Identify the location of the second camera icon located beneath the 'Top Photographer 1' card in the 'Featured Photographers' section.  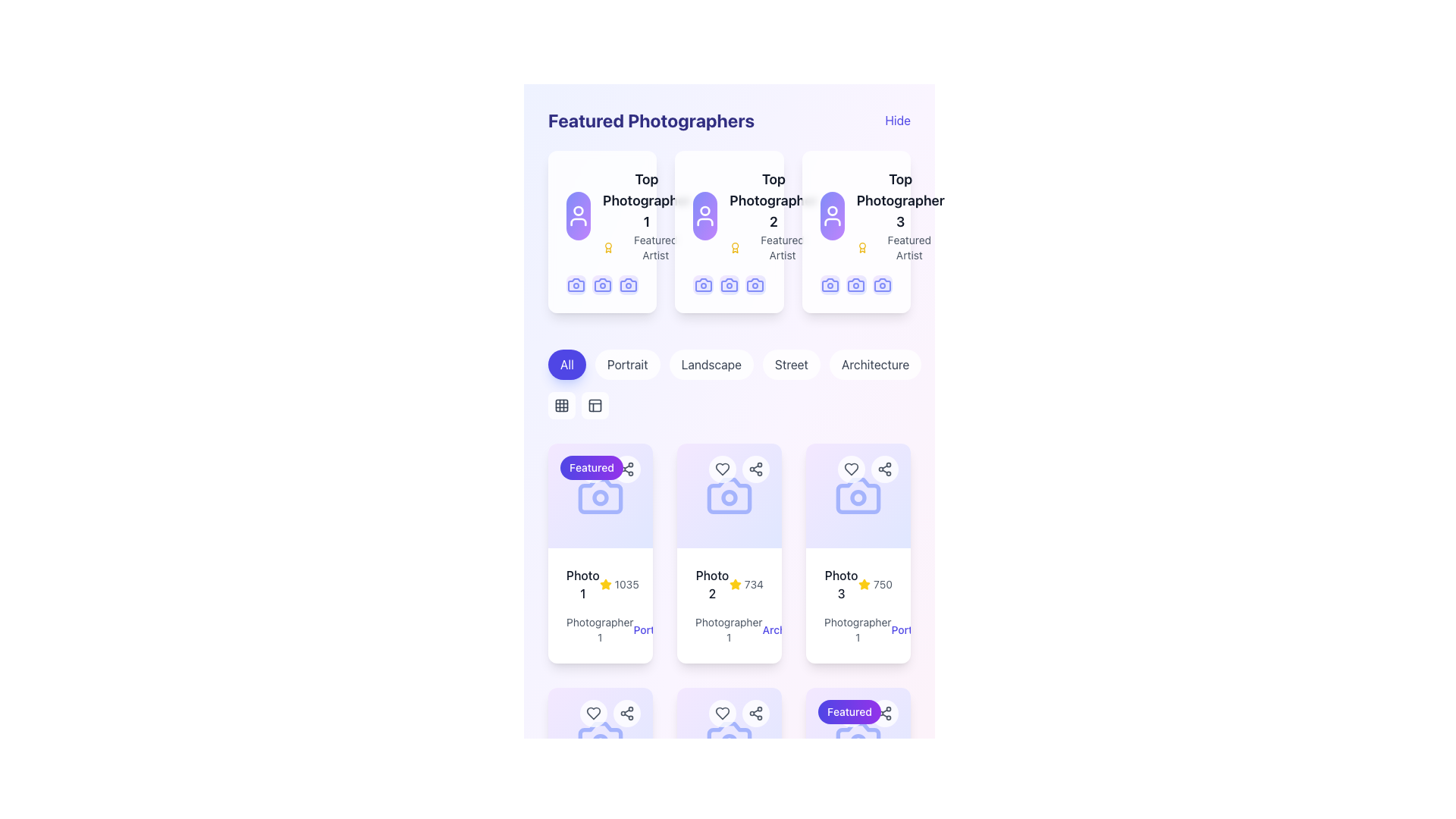
(601, 285).